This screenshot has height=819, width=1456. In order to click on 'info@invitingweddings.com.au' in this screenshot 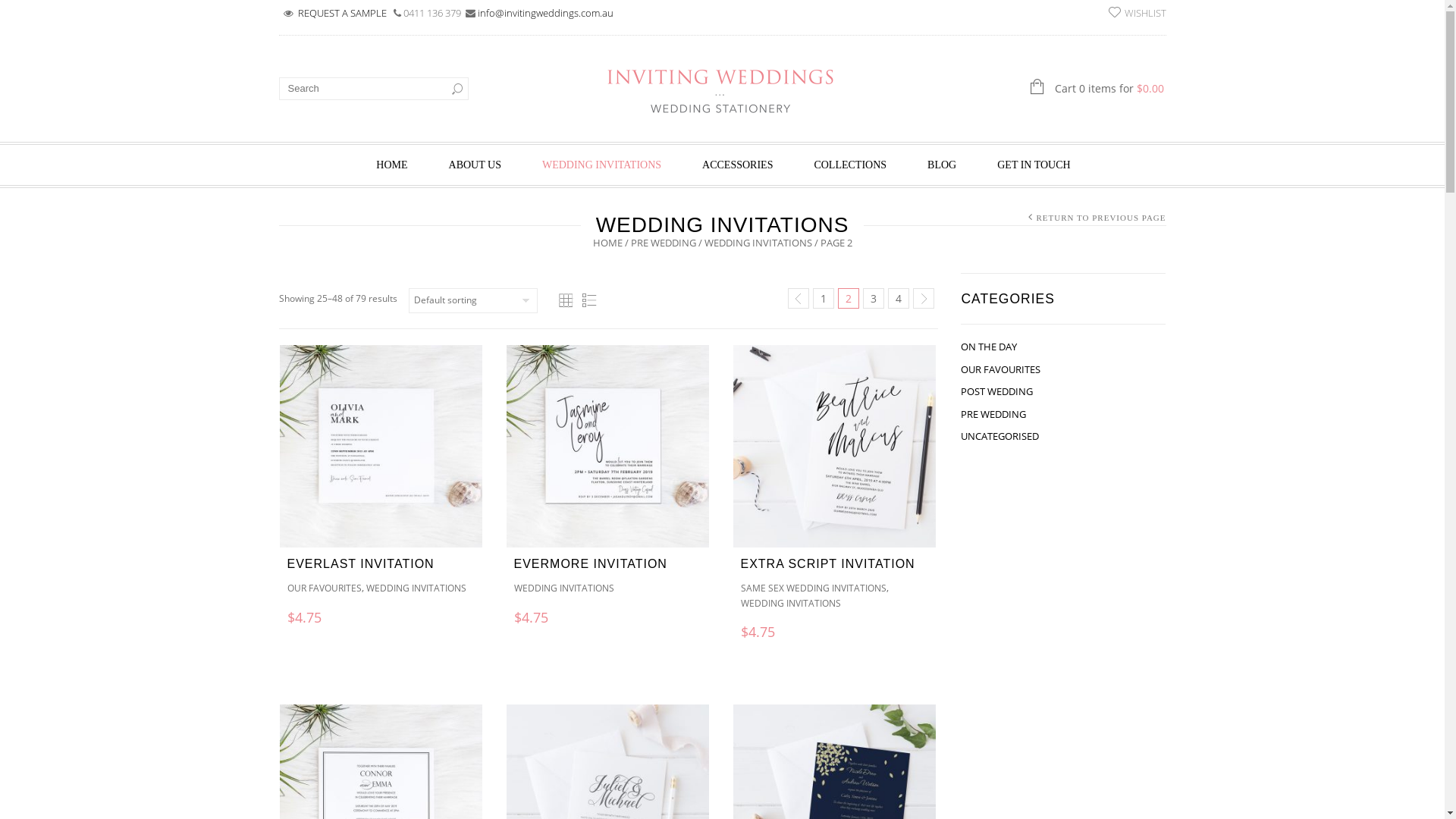, I will do `click(545, 12)`.